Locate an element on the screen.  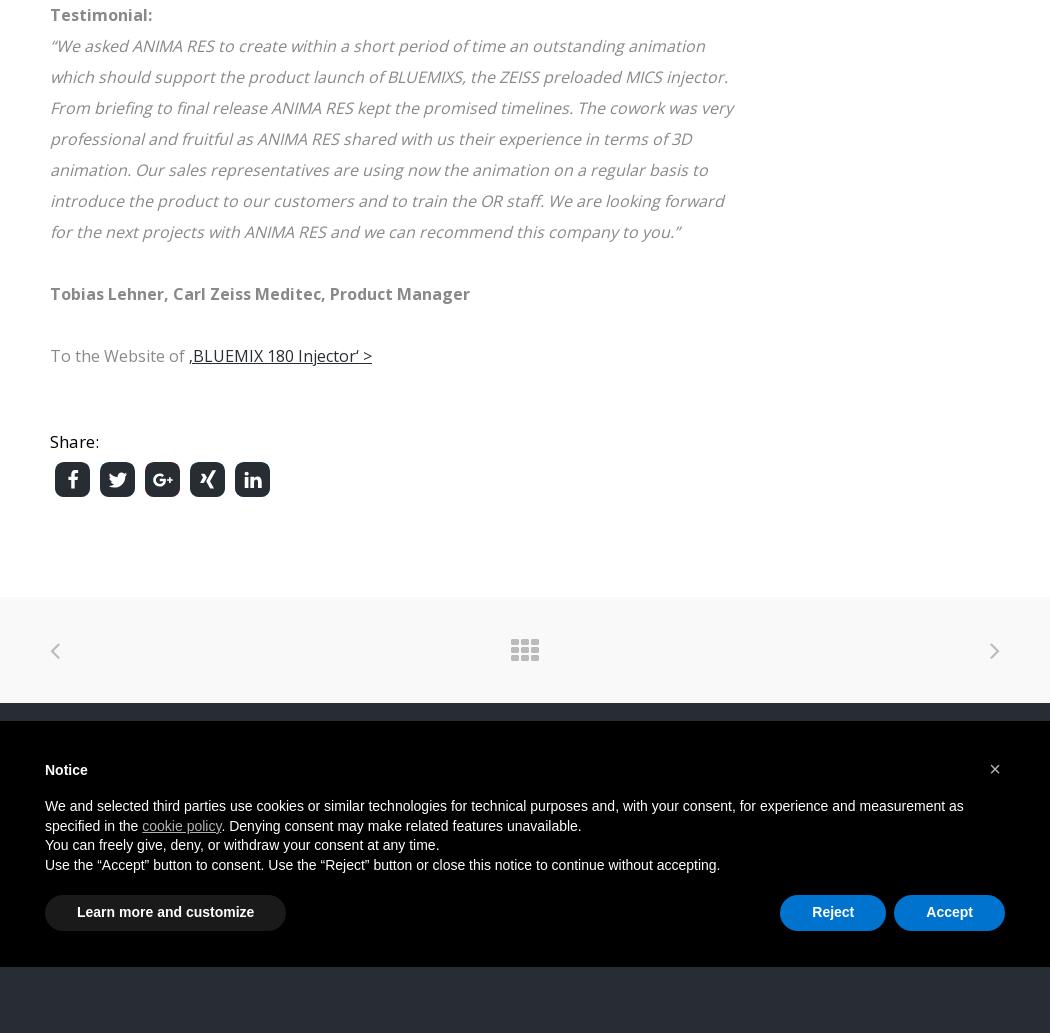
'. Denying consent may make related features unavailable.' is located at coordinates (220, 824).